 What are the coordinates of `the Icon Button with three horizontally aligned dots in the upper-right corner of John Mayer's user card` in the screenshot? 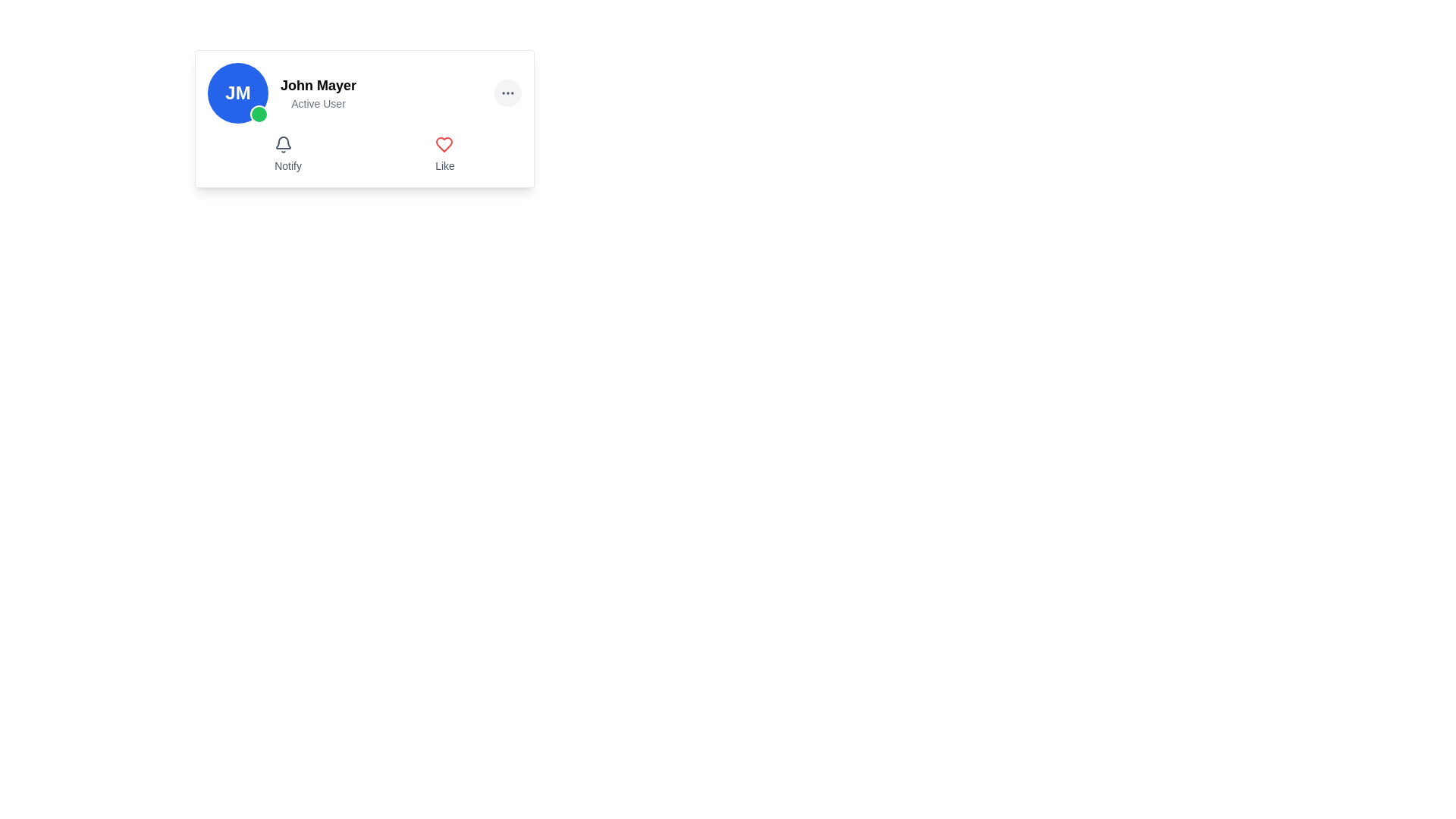 It's located at (508, 93).